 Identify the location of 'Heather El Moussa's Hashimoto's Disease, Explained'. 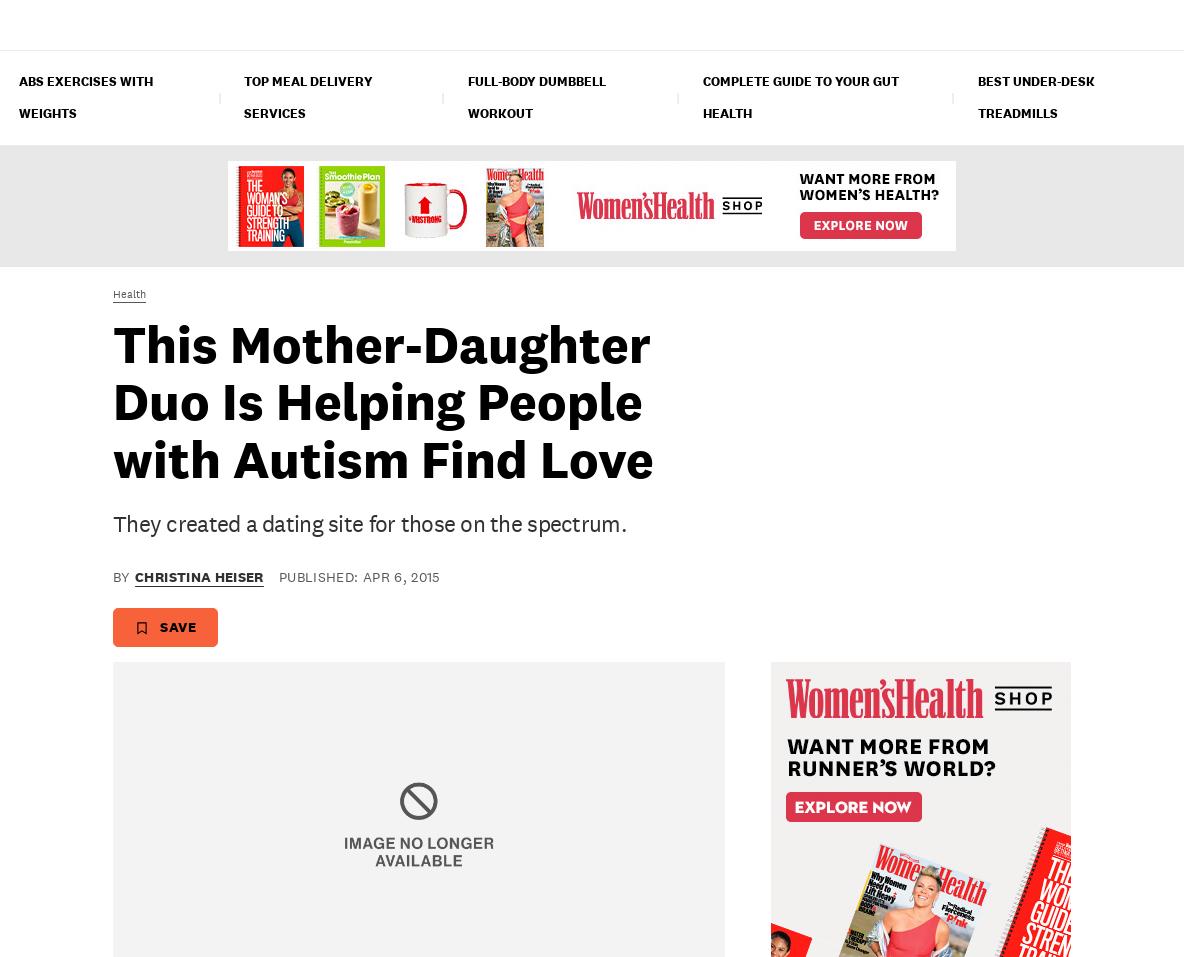
(39, 509).